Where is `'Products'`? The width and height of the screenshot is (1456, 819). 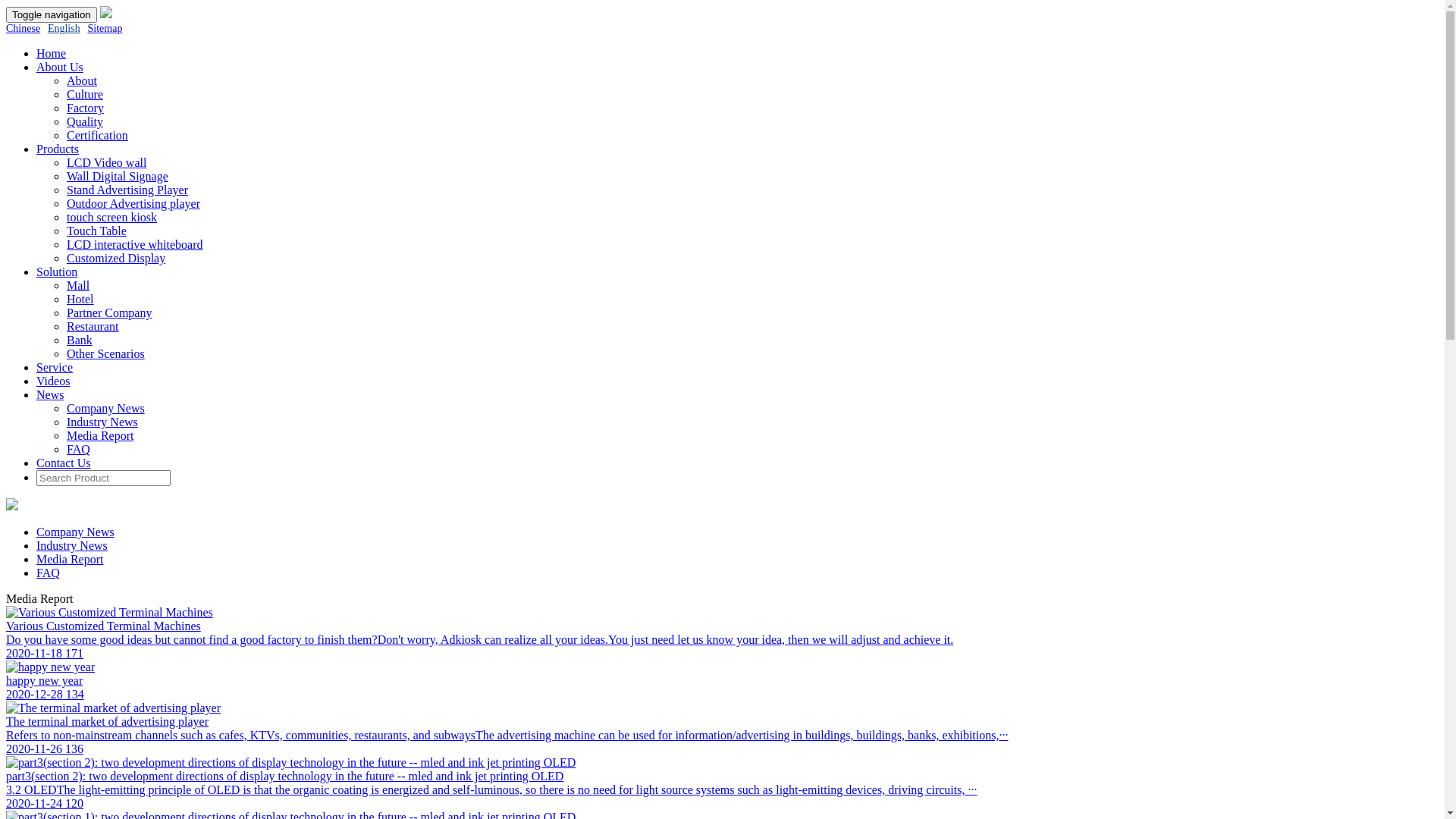 'Products' is located at coordinates (58, 149).